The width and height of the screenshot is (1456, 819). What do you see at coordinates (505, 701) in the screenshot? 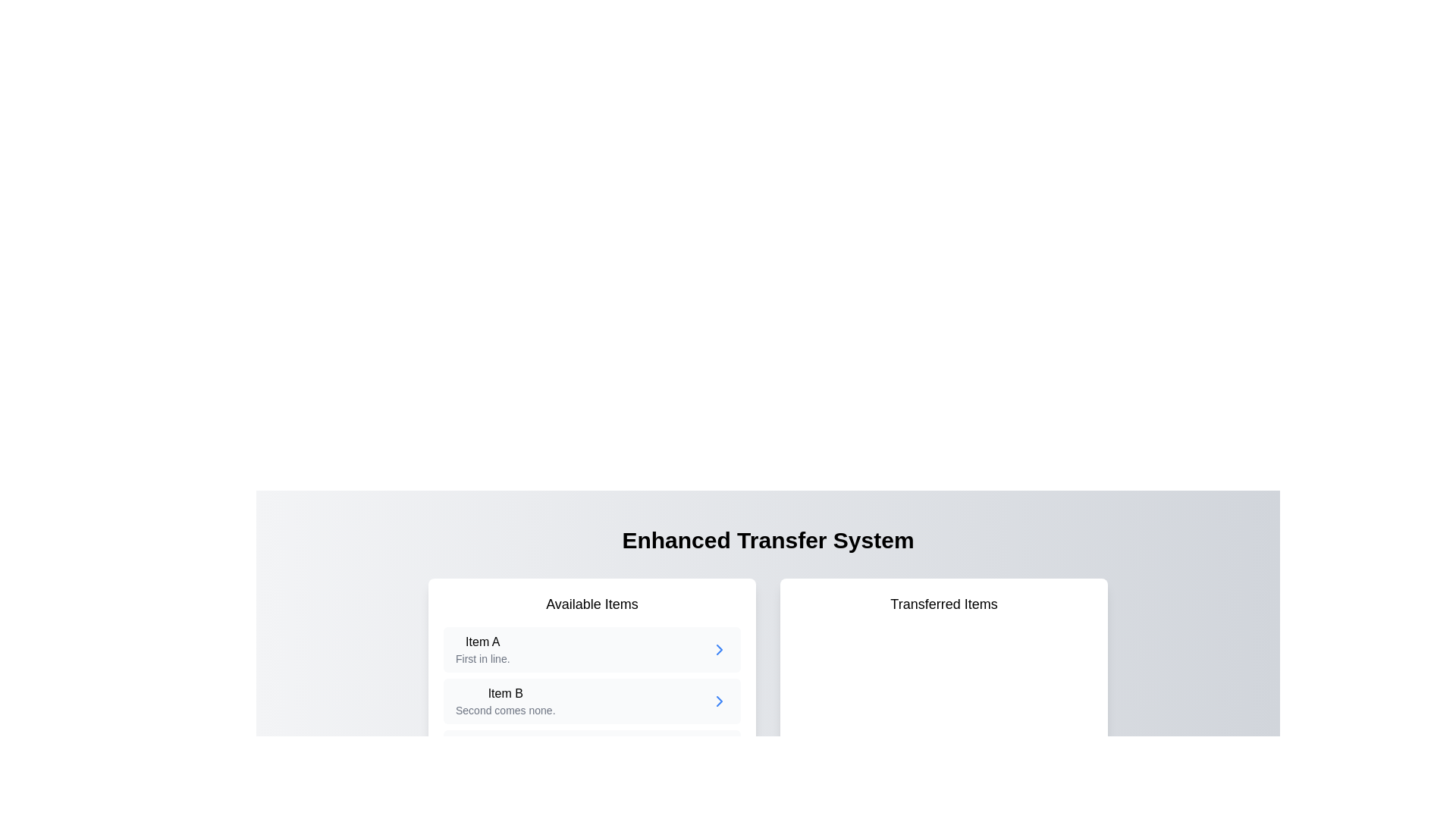
I see `the second item in the 'Available Items' section, which is a Text description block located centrally in the left-hand side card, positioned below 'Item A'` at bounding box center [505, 701].